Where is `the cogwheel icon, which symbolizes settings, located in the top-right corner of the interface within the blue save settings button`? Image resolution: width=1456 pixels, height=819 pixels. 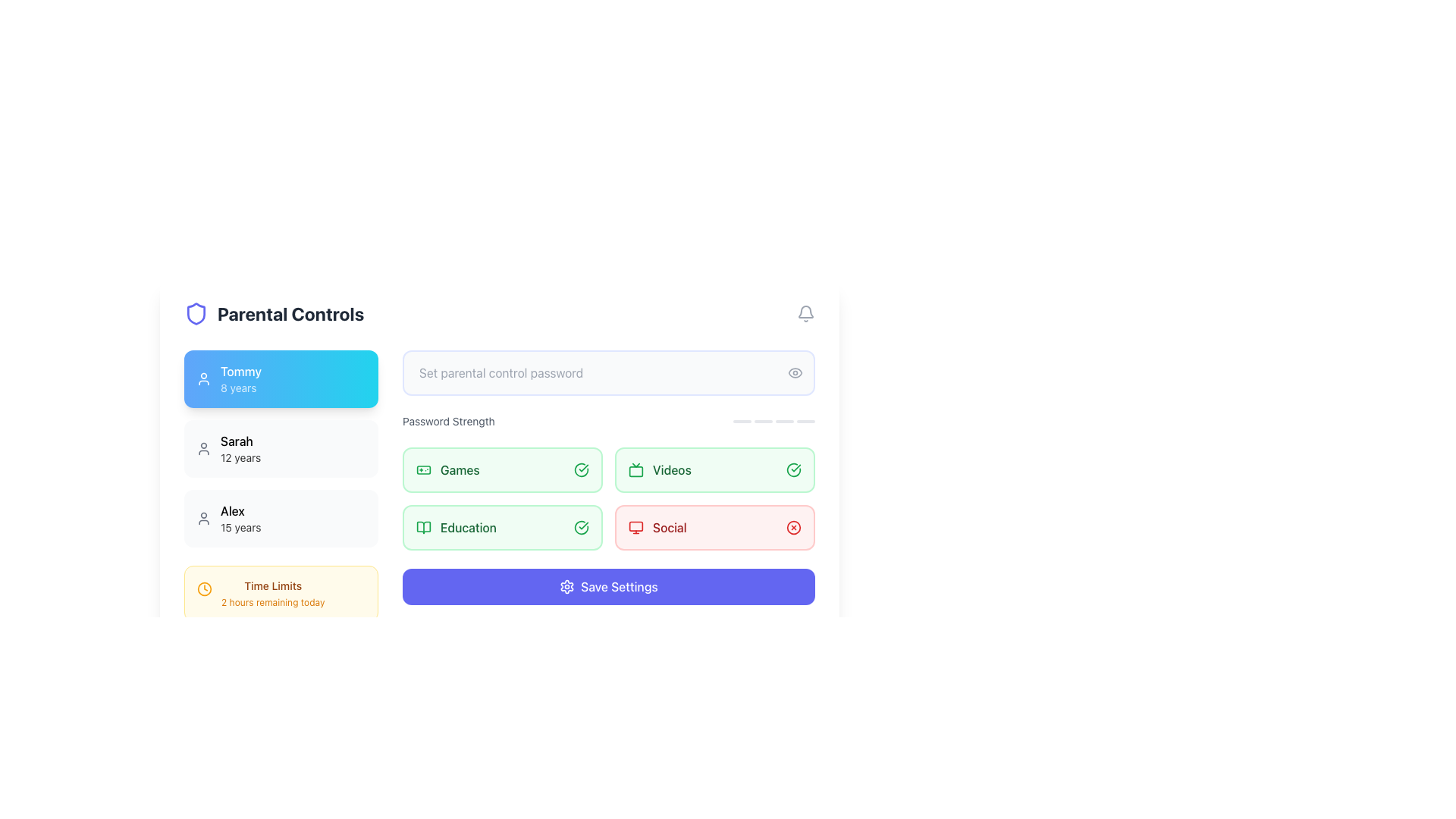
the cogwheel icon, which symbolizes settings, located in the top-right corner of the interface within the blue save settings button is located at coordinates (566, 586).